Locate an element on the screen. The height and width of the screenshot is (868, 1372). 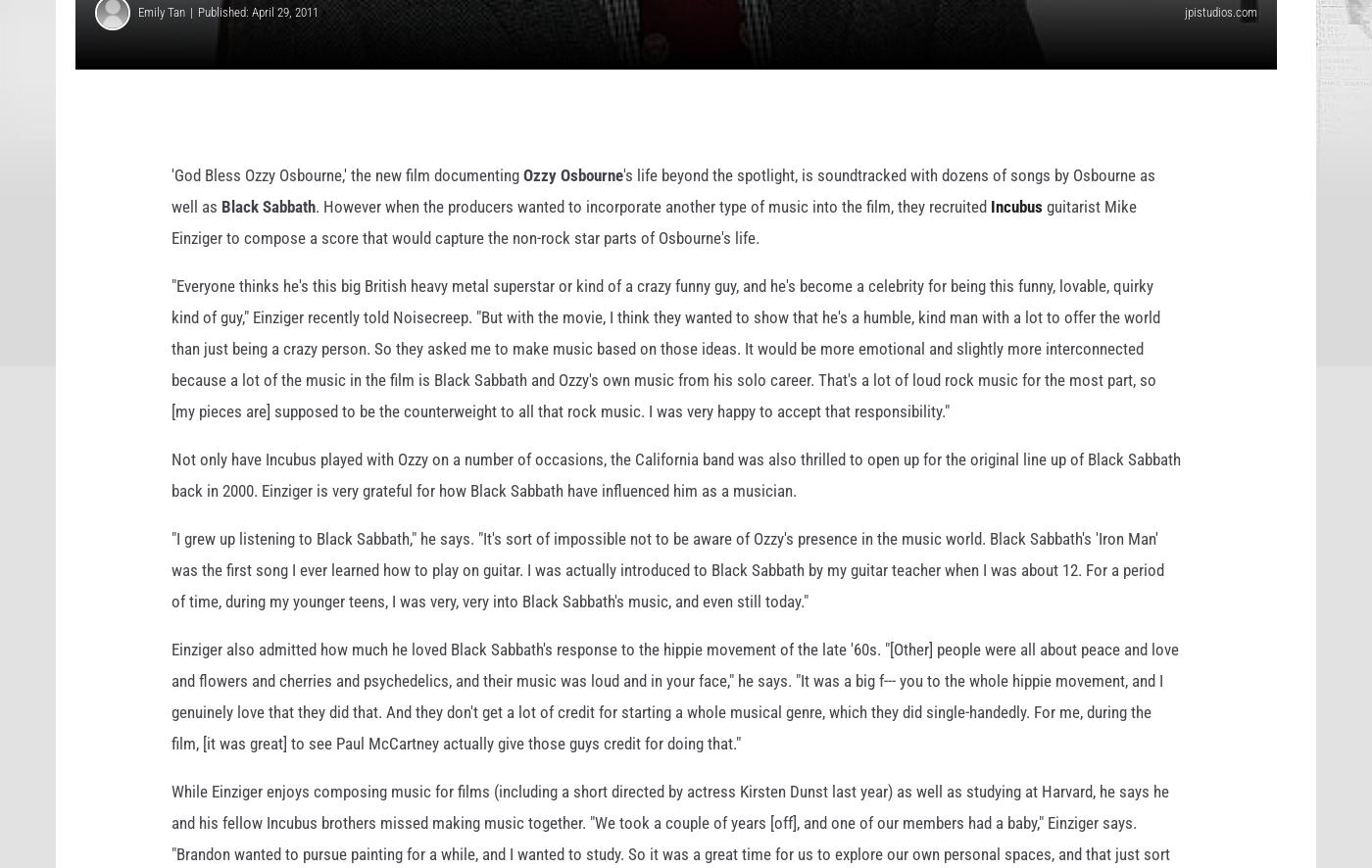
'Incubus' is located at coordinates (1016, 237).